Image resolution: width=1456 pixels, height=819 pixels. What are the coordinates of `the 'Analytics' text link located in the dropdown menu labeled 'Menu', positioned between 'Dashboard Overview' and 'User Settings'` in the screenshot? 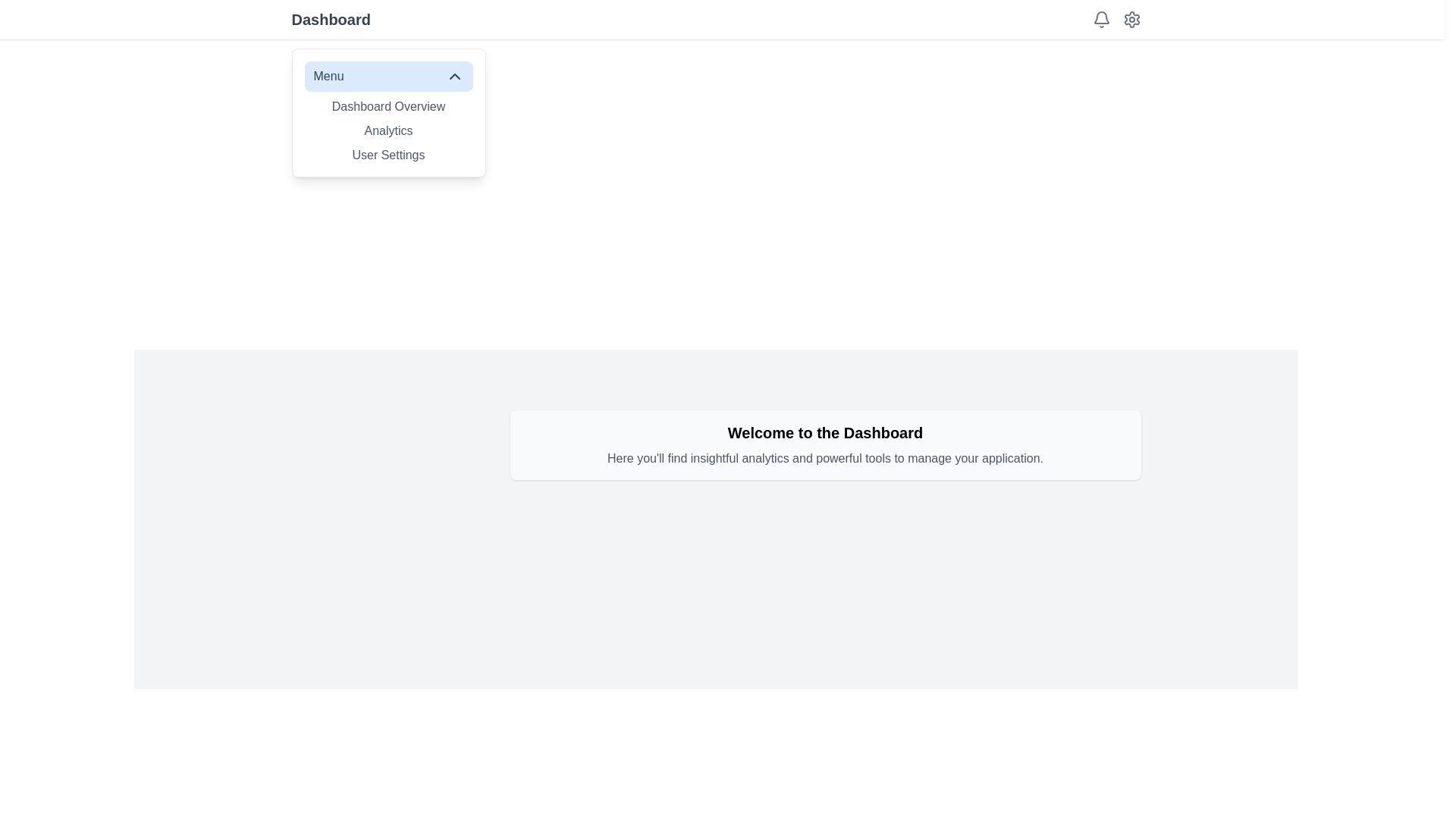 It's located at (388, 130).